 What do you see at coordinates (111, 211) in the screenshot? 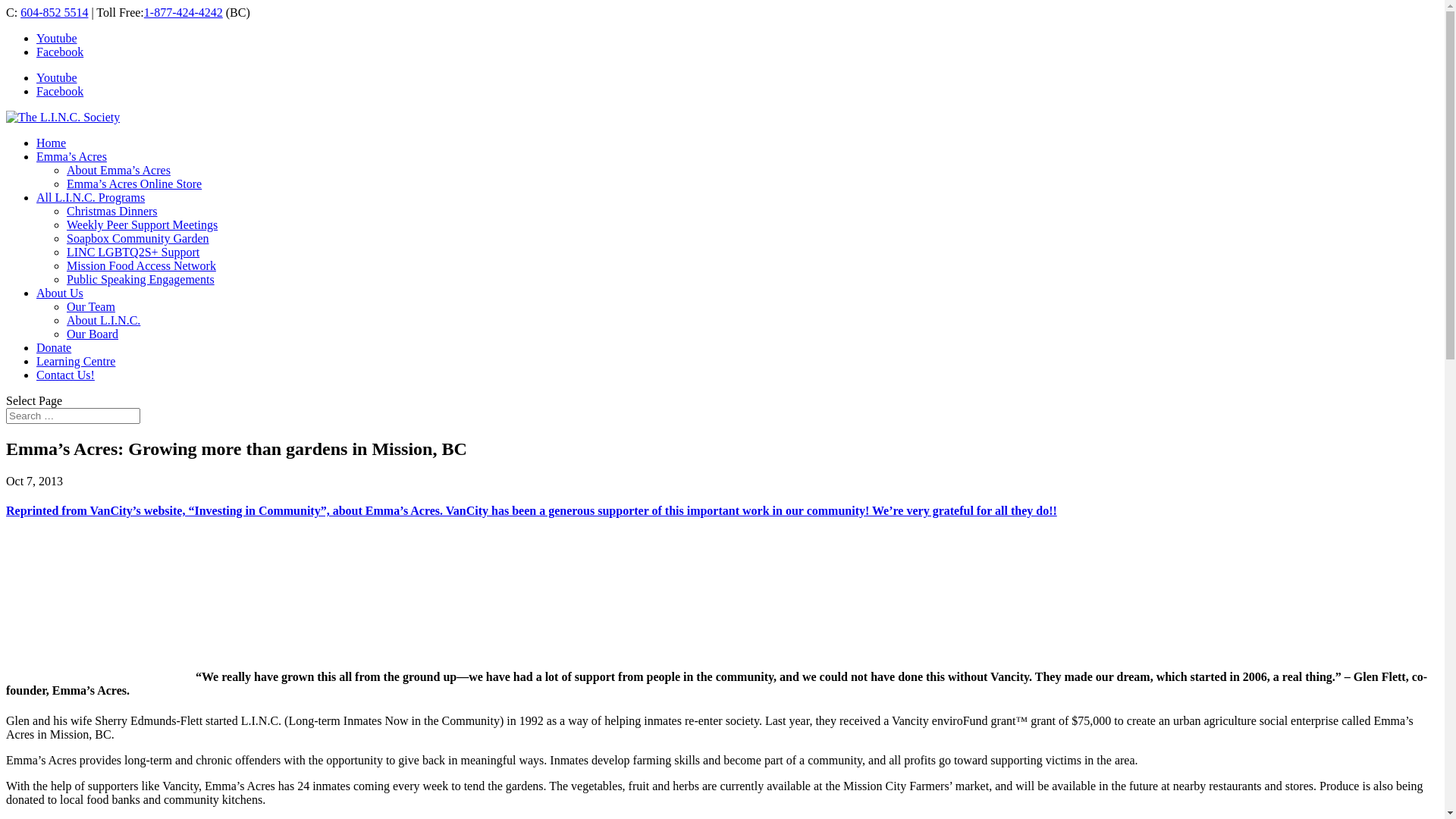
I see `'Christmas Dinners'` at bounding box center [111, 211].